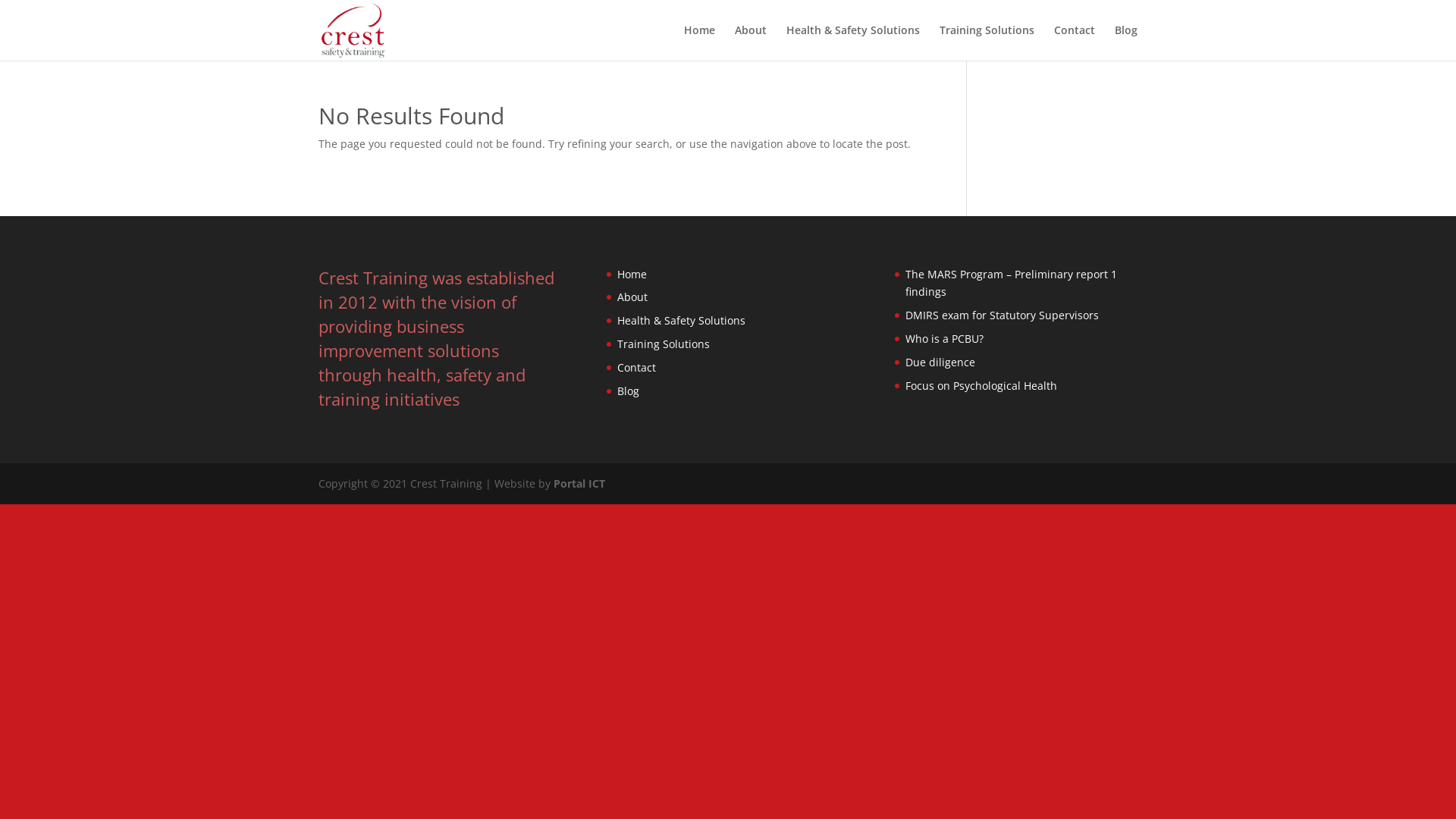 The width and height of the screenshot is (1456, 819). Describe the element at coordinates (987, 42) in the screenshot. I see `'Training Solutions'` at that location.